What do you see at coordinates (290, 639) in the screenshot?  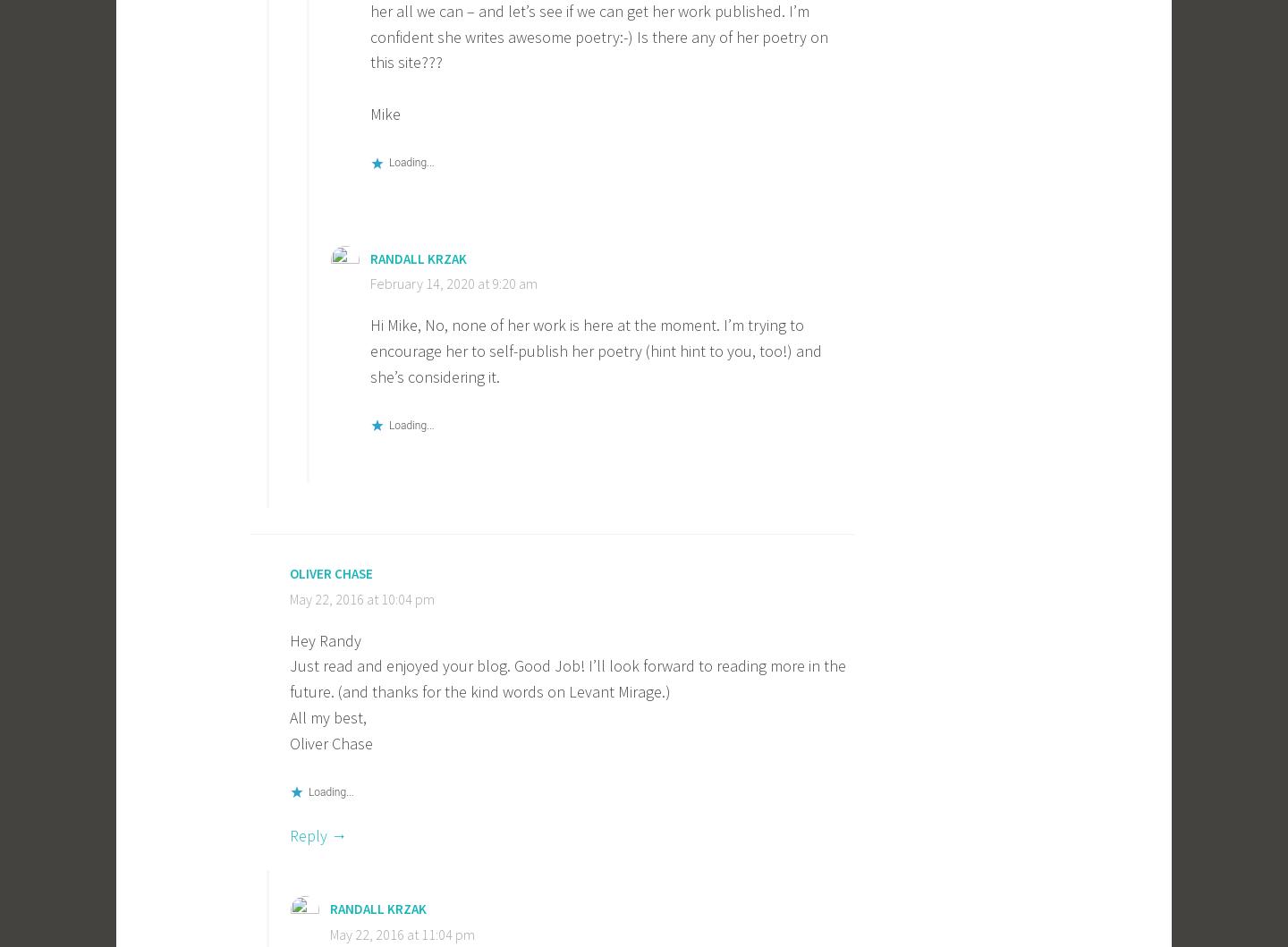 I see `'Hey Randy'` at bounding box center [290, 639].